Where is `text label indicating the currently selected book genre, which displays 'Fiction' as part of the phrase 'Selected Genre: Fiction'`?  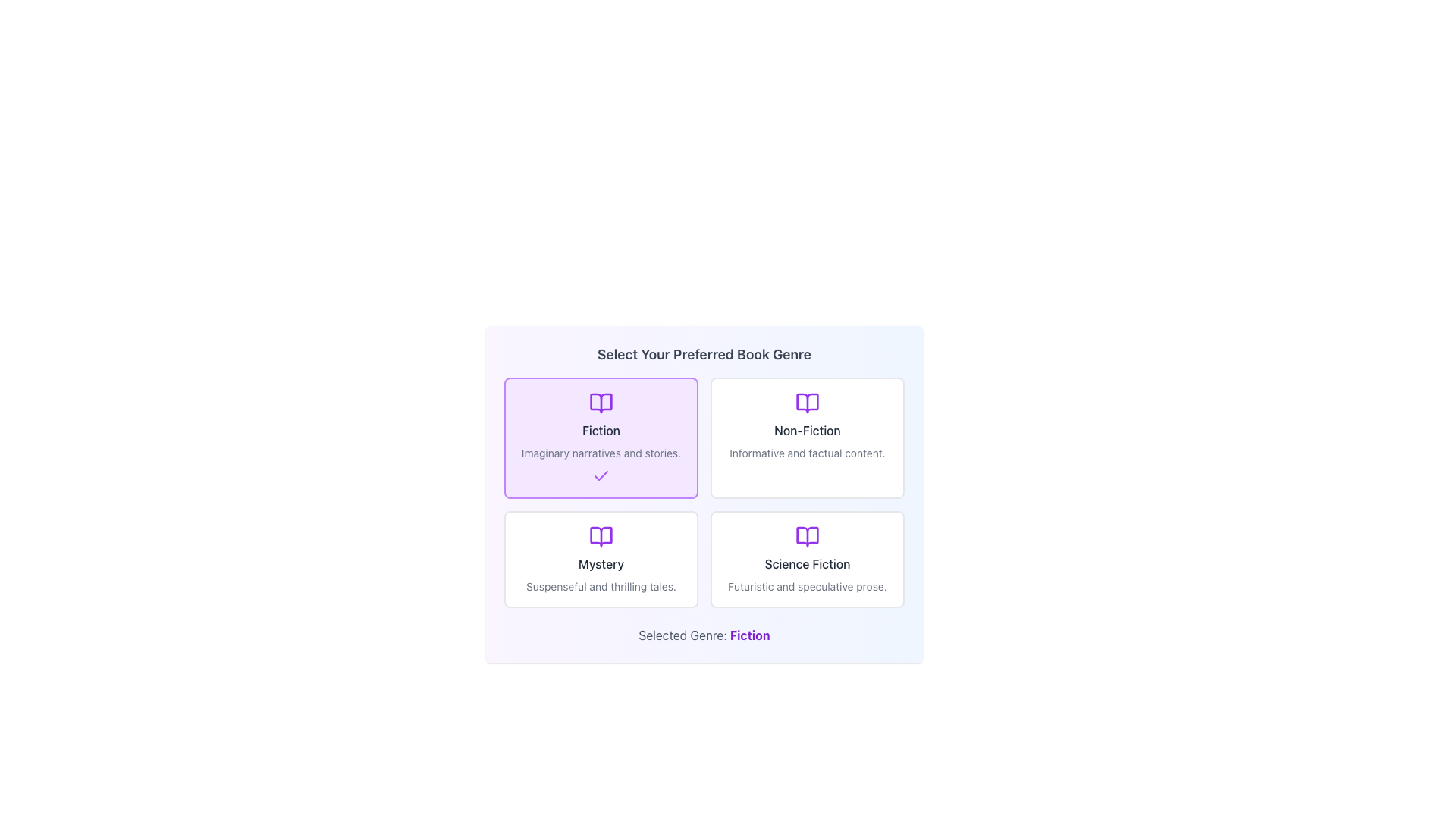
text label indicating the currently selected book genre, which displays 'Fiction' as part of the phrase 'Selected Genre: Fiction' is located at coordinates (750, 635).